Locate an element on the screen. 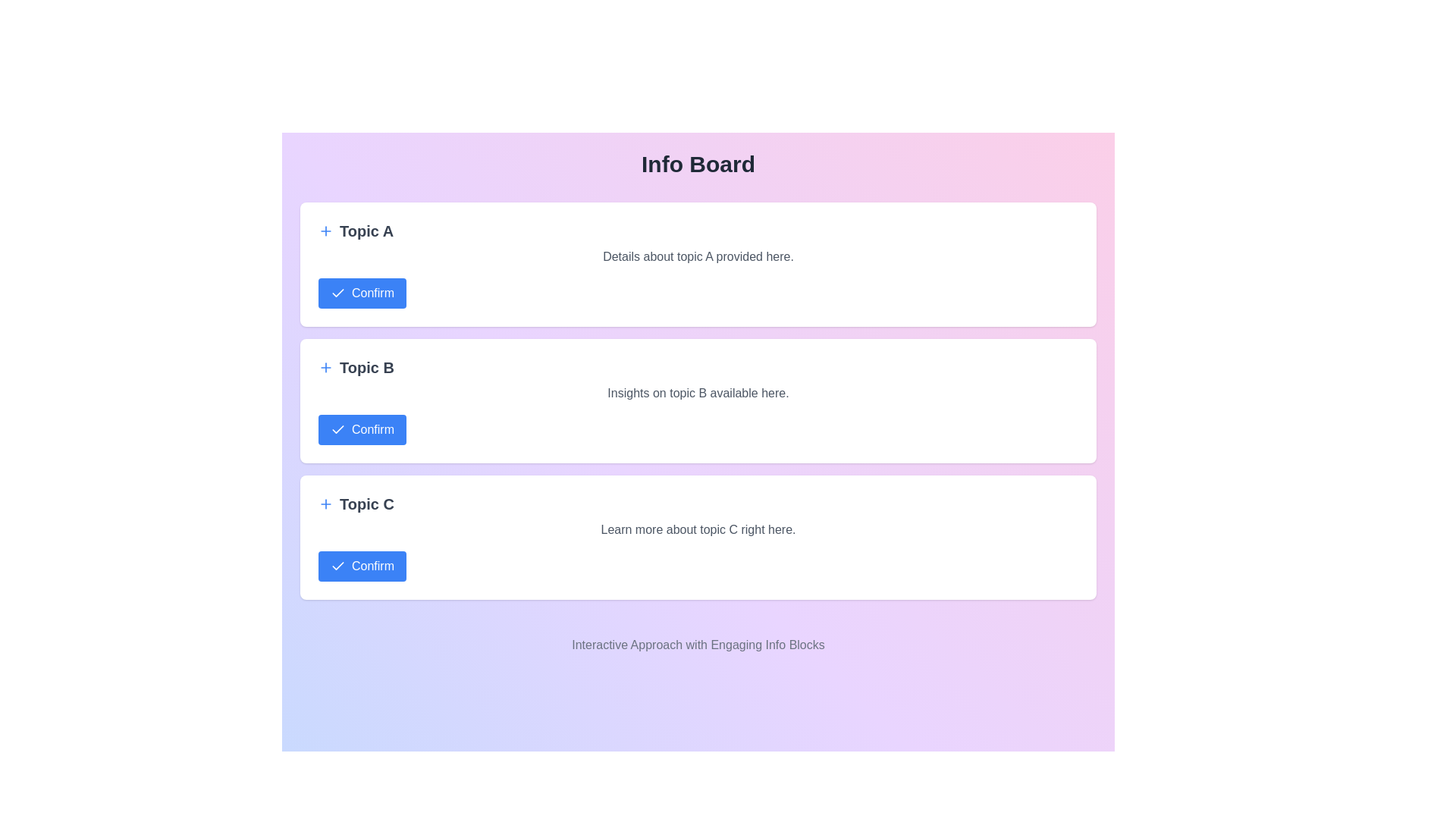 The width and height of the screenshot is (1456, 819). the text label that says 'Insights on topic B available here.' which is gray in color and centered within the 'Topic B' section, positioned below the heading 'Topic B' and above the 'Confirm' button is located at coordinates (698, 393).